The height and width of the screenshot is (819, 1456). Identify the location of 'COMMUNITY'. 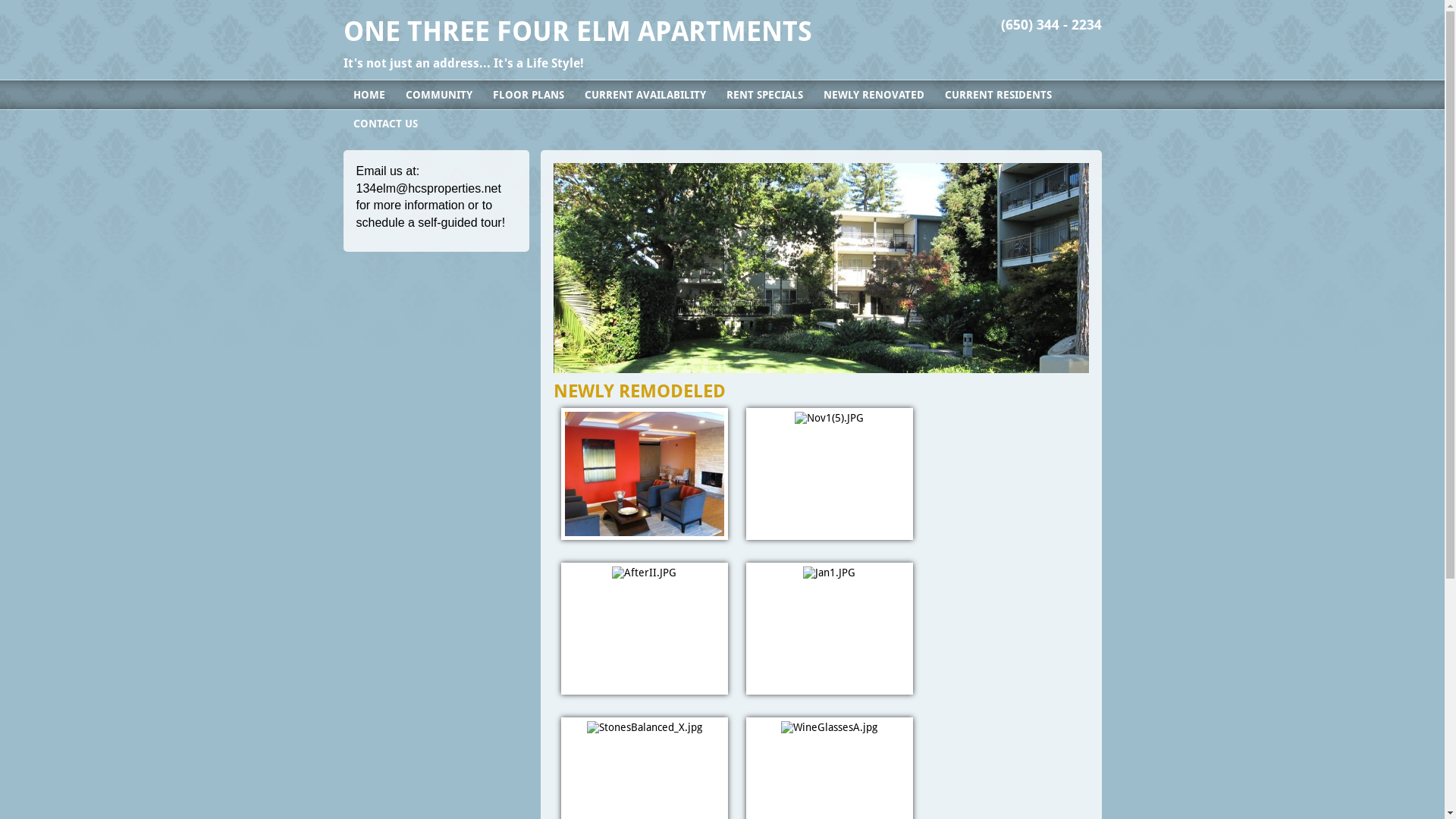
(438, 94).